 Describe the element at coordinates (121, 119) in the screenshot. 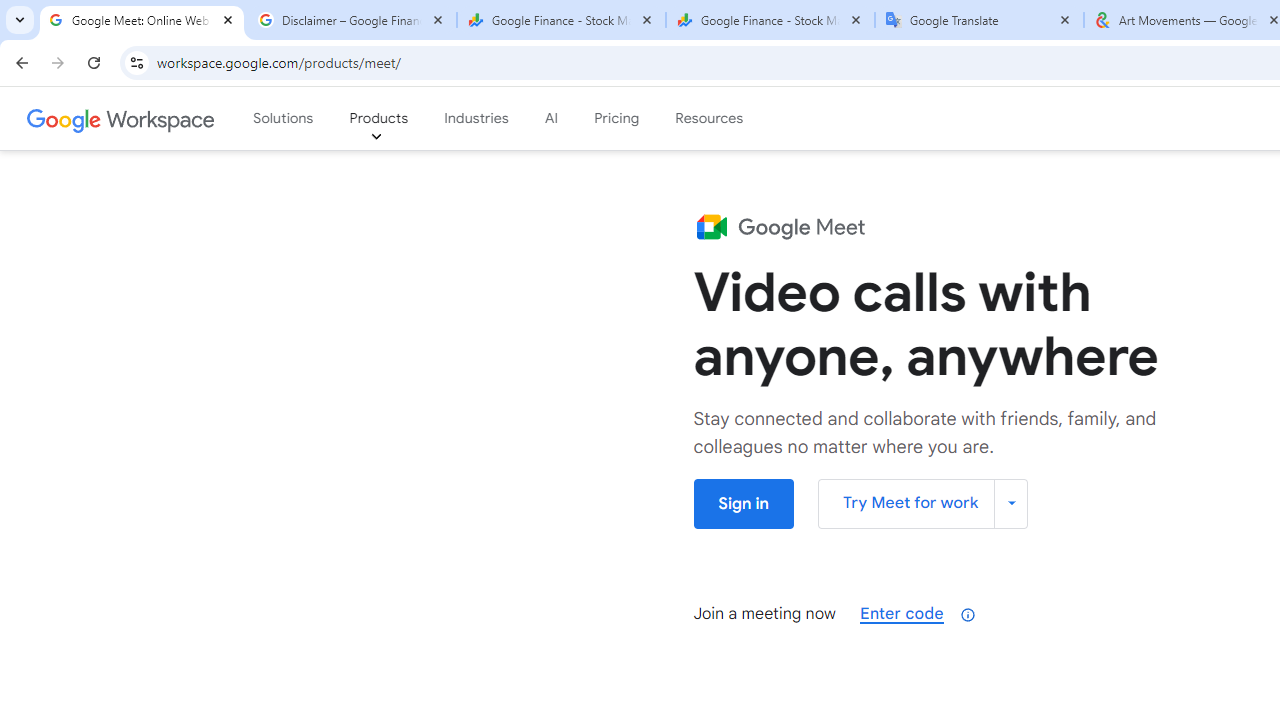

I see `'Google Workspace'` at that location.